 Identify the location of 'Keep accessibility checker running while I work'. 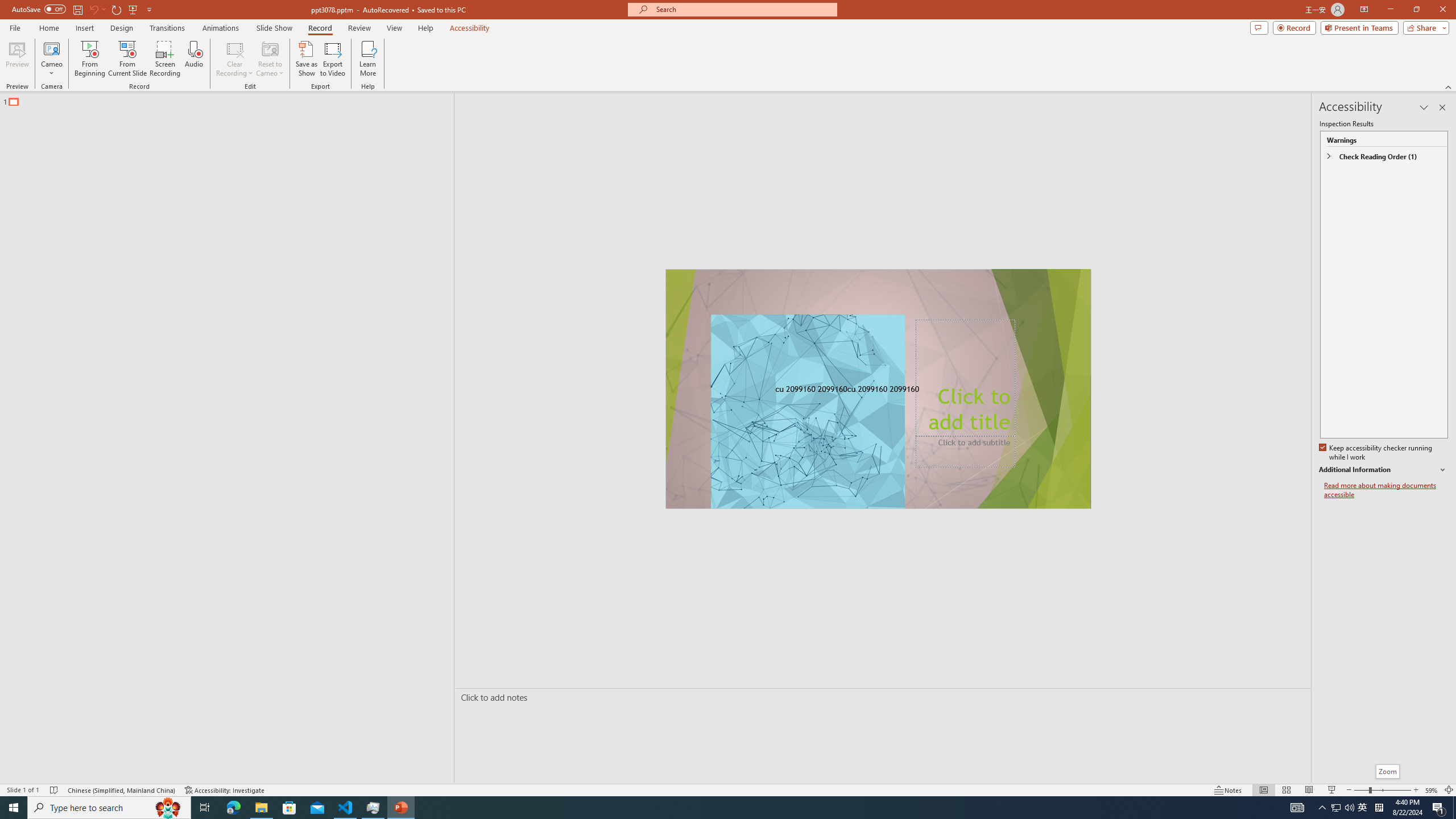
(1376, 453).